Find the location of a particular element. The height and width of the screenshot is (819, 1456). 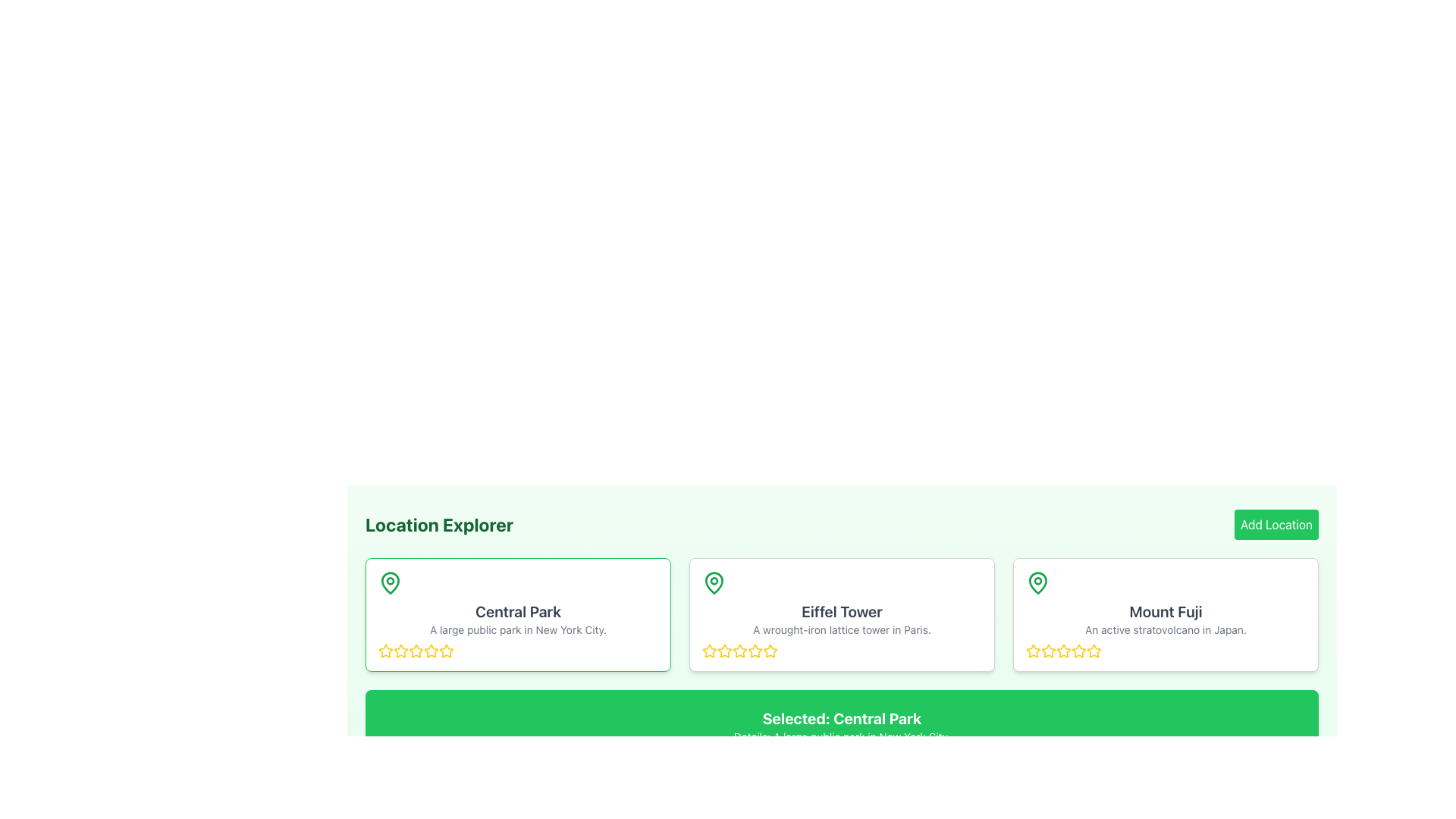

the location icon representing the Eiffel Tower on the card, positioned at the top-left corner next to the title text area is located at coordinates (713, 582).